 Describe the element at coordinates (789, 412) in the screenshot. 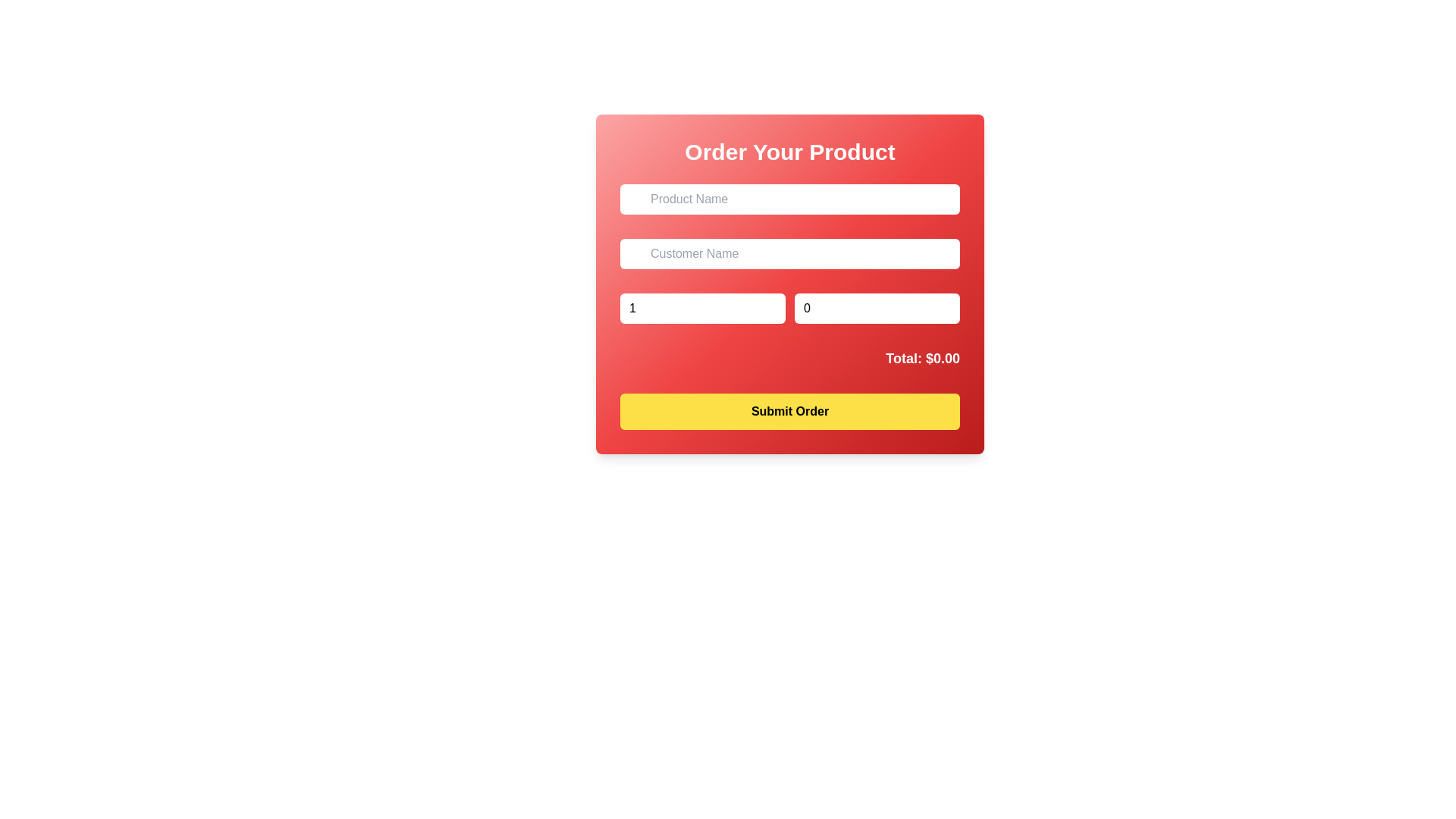

I see `the 'Submit Order' button, which is a rectangular button with rounded corners and a yellow background, located at the bottom of the 'Order Your Product' panel` at that location.